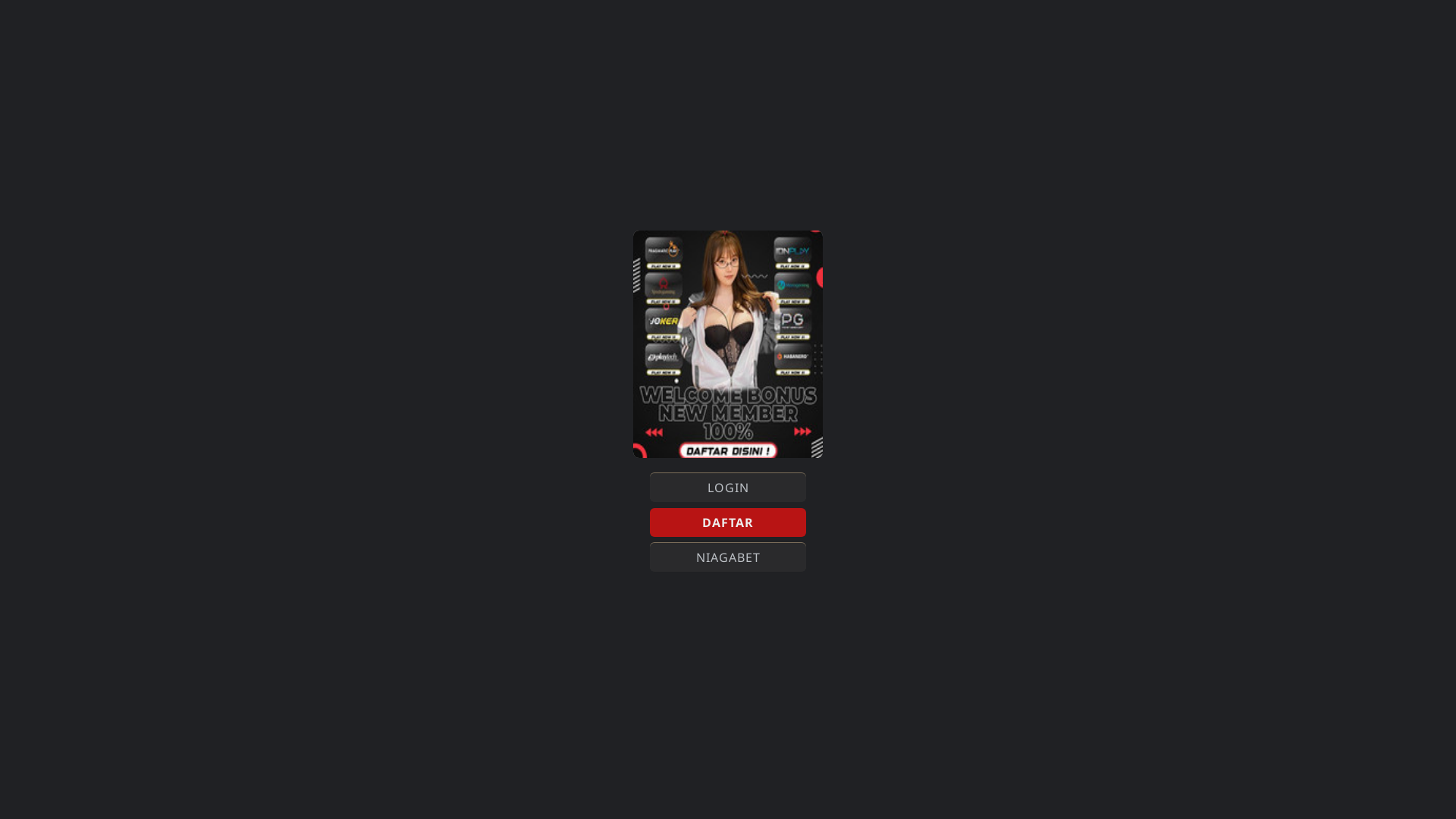 This screenshot has height=819, width=1456. What do you see at coordinates (728, 557) in the screenshot?
I see `'NIAGABET'` at bounding box center [728, 557].